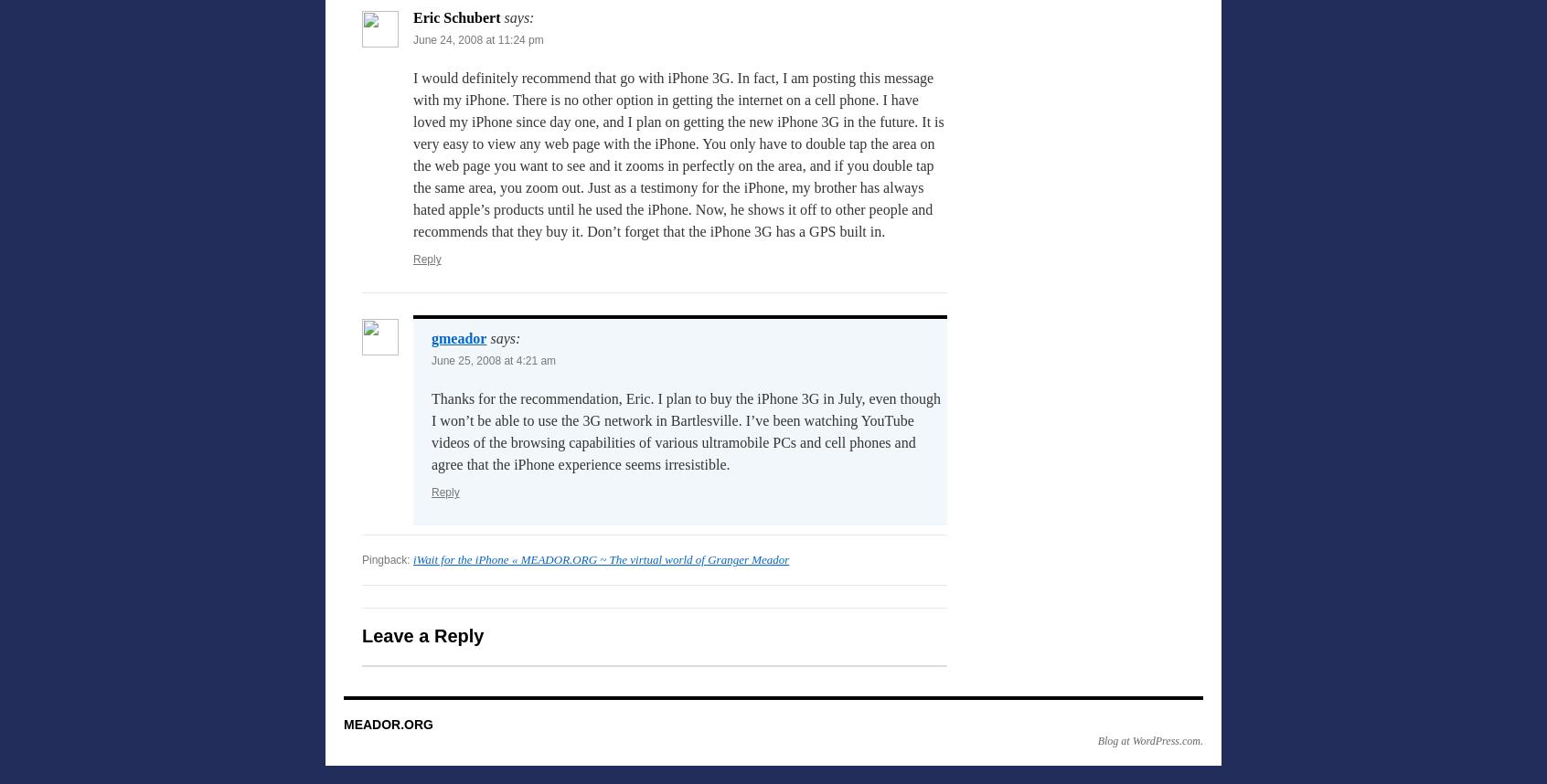 Image resolution: width=1547 pixels, height=784 pixels. What do you see at coordinates (1150, 740) in the screenshot?
I see `'Blog at WordPress.com.'` at bounding box center [1150, 740].